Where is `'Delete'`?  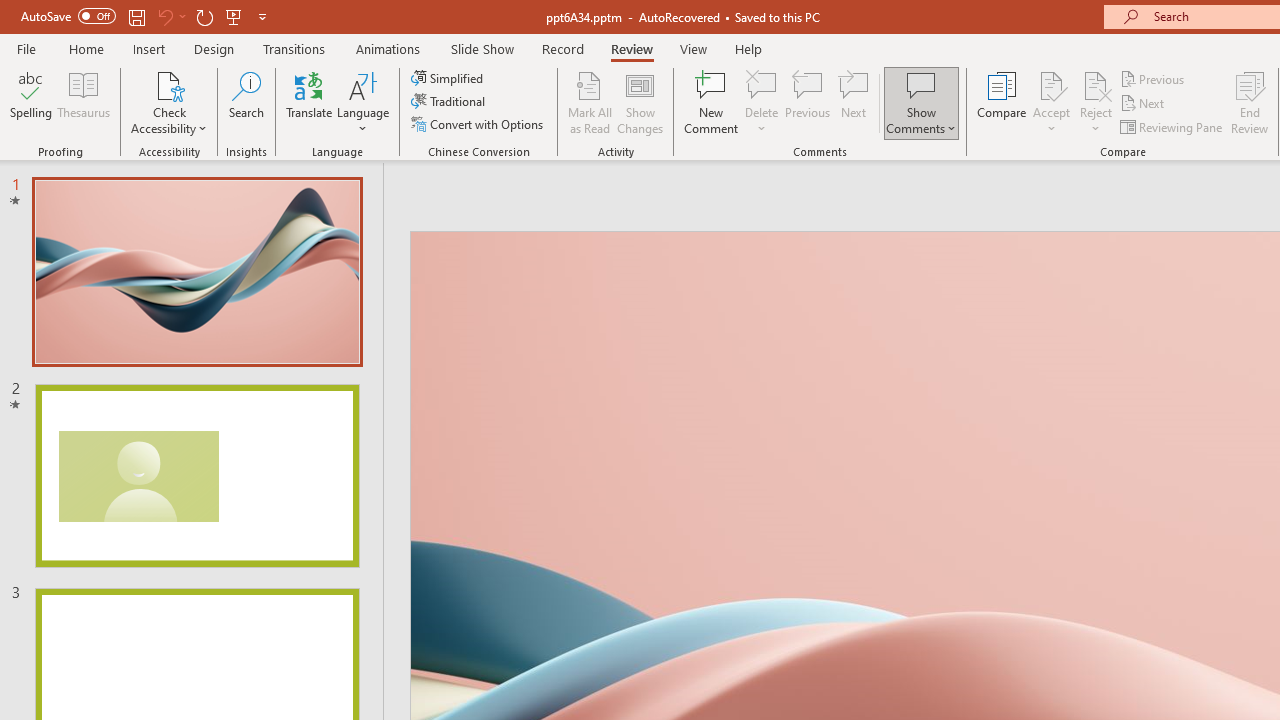 'Delete' is located at coordinates (761, 84).